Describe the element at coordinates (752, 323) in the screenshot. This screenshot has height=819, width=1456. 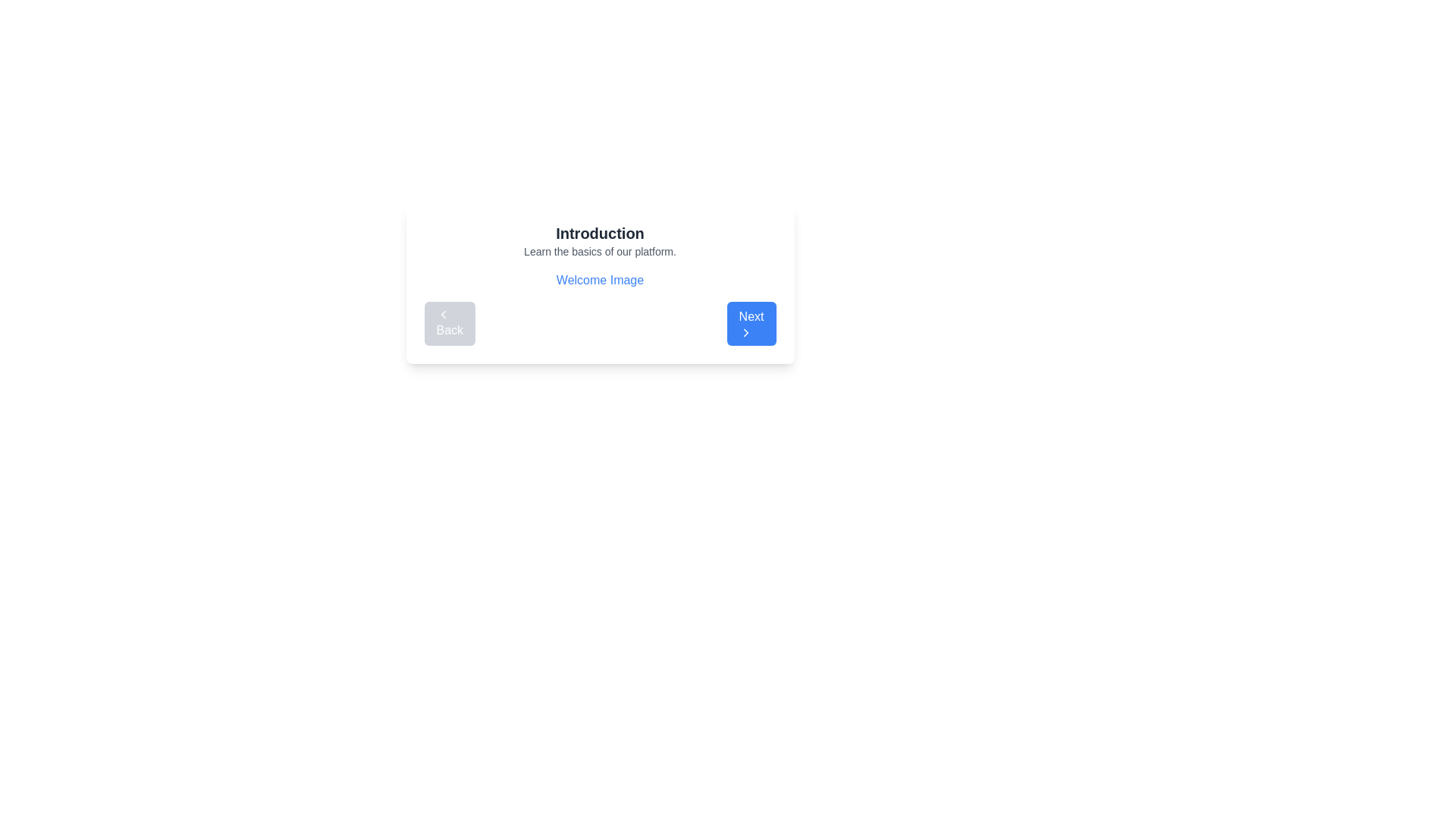
I see `the navigation button located to the right of the 'Back' button` at that location.